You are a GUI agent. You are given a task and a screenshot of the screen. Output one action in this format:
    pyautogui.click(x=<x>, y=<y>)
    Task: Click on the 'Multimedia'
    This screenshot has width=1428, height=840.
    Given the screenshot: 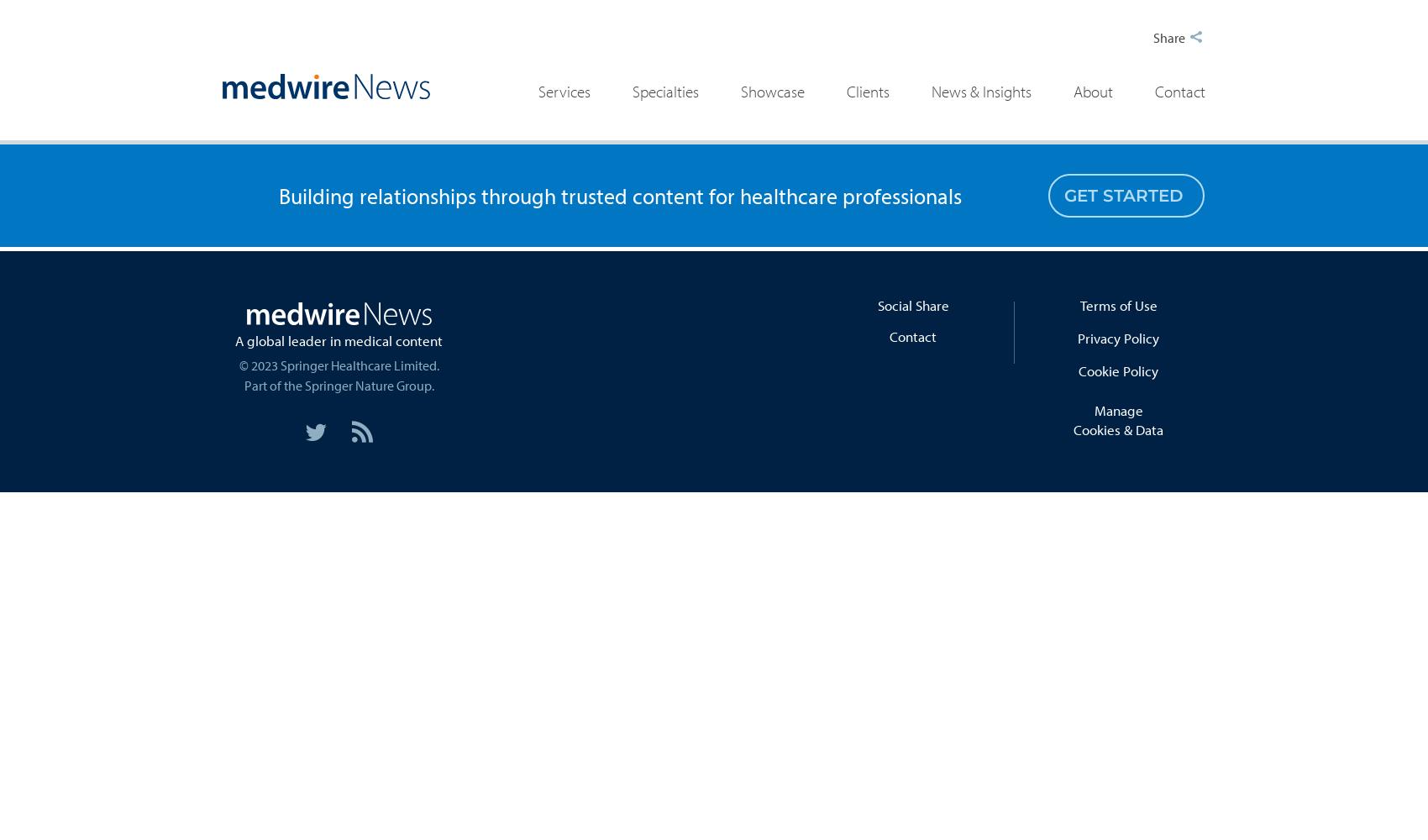 What is the action you would take?
    pyautogui.click(x=1168, y=198)
    